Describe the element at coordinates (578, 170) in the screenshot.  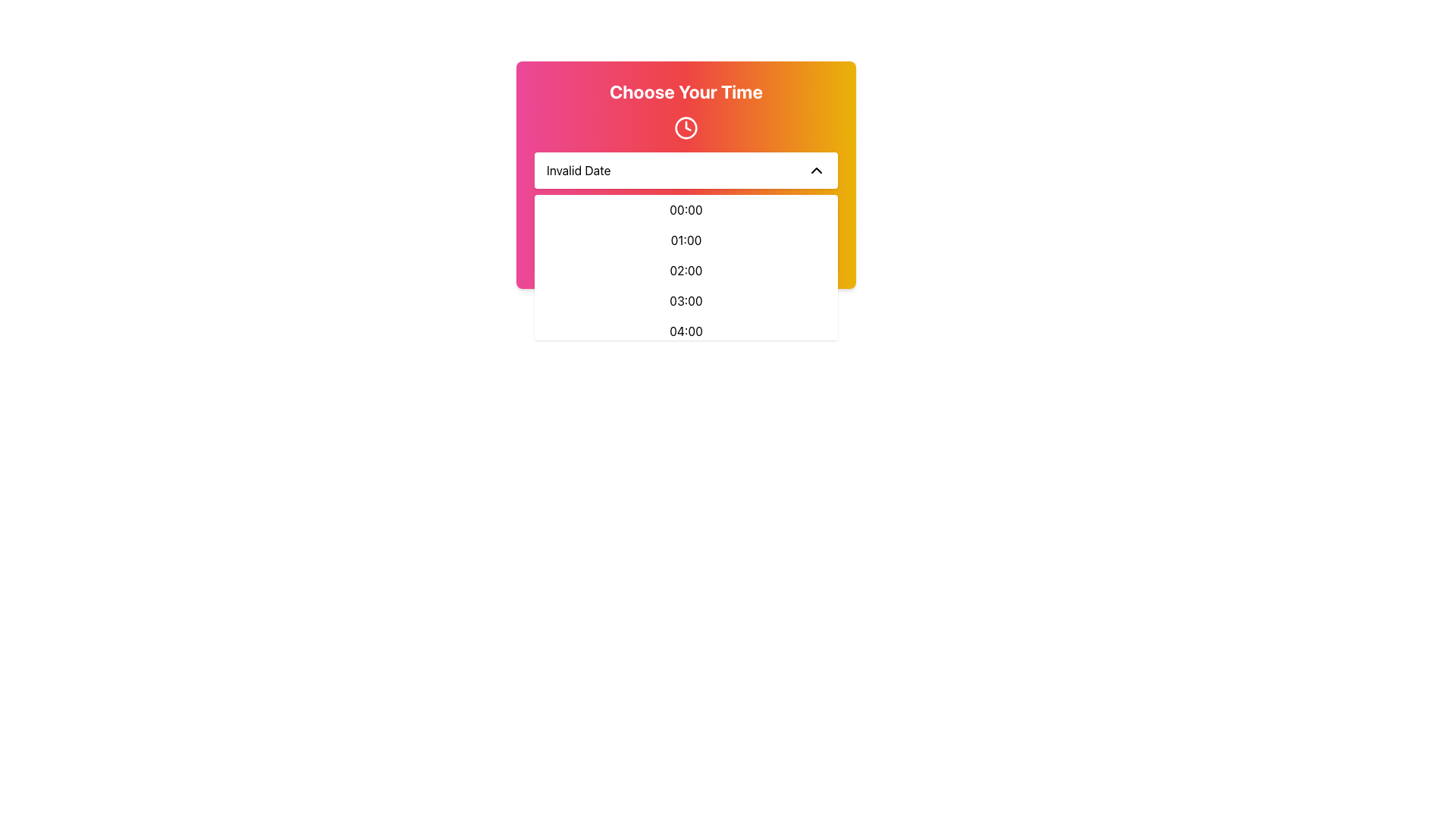
I see `the dropdown menu located directly below the heading 'Choose Your Time' to change the displayed text represented by the text label` at that location.